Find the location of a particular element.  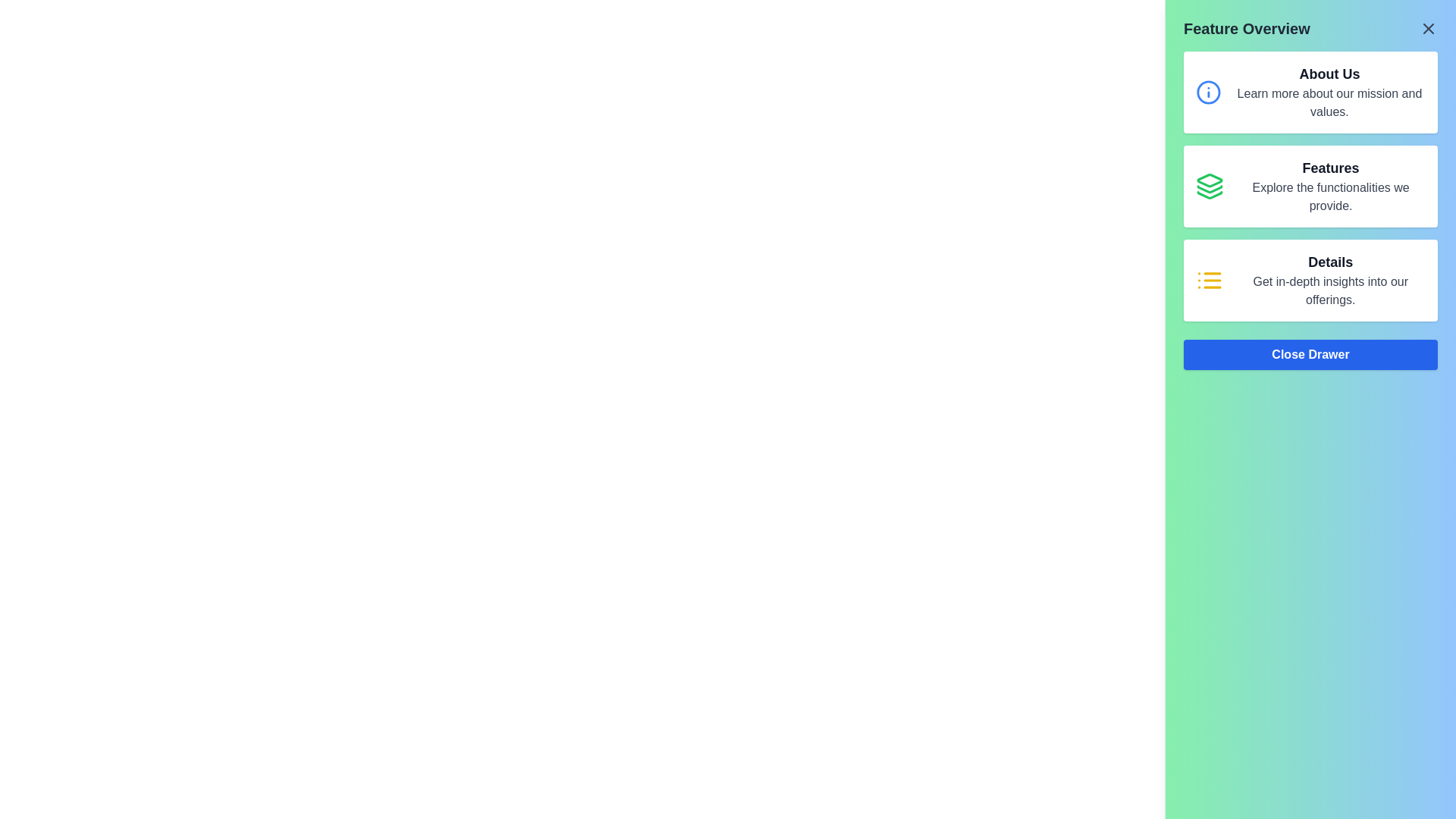

the information icon located to the left of the 'About Us' text inside the rounded white card in the 'Feature Overview' panel is located at coordinates (1207, 93).